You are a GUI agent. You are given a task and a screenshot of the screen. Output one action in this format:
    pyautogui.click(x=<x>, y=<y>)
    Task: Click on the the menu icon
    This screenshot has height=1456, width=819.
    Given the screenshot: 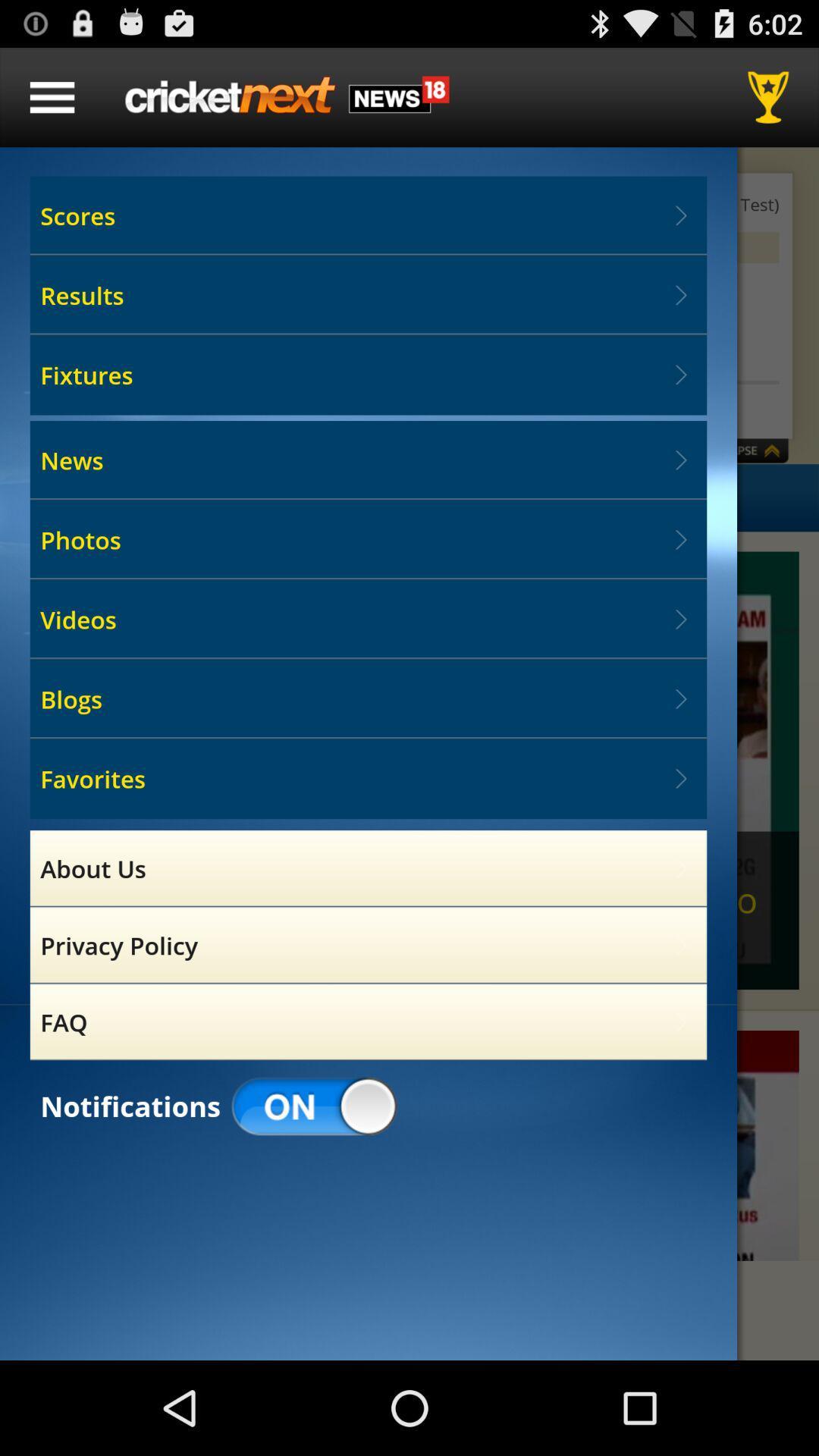 What is the action you would take?
    pyautogui.click(x=52, y=103)
    